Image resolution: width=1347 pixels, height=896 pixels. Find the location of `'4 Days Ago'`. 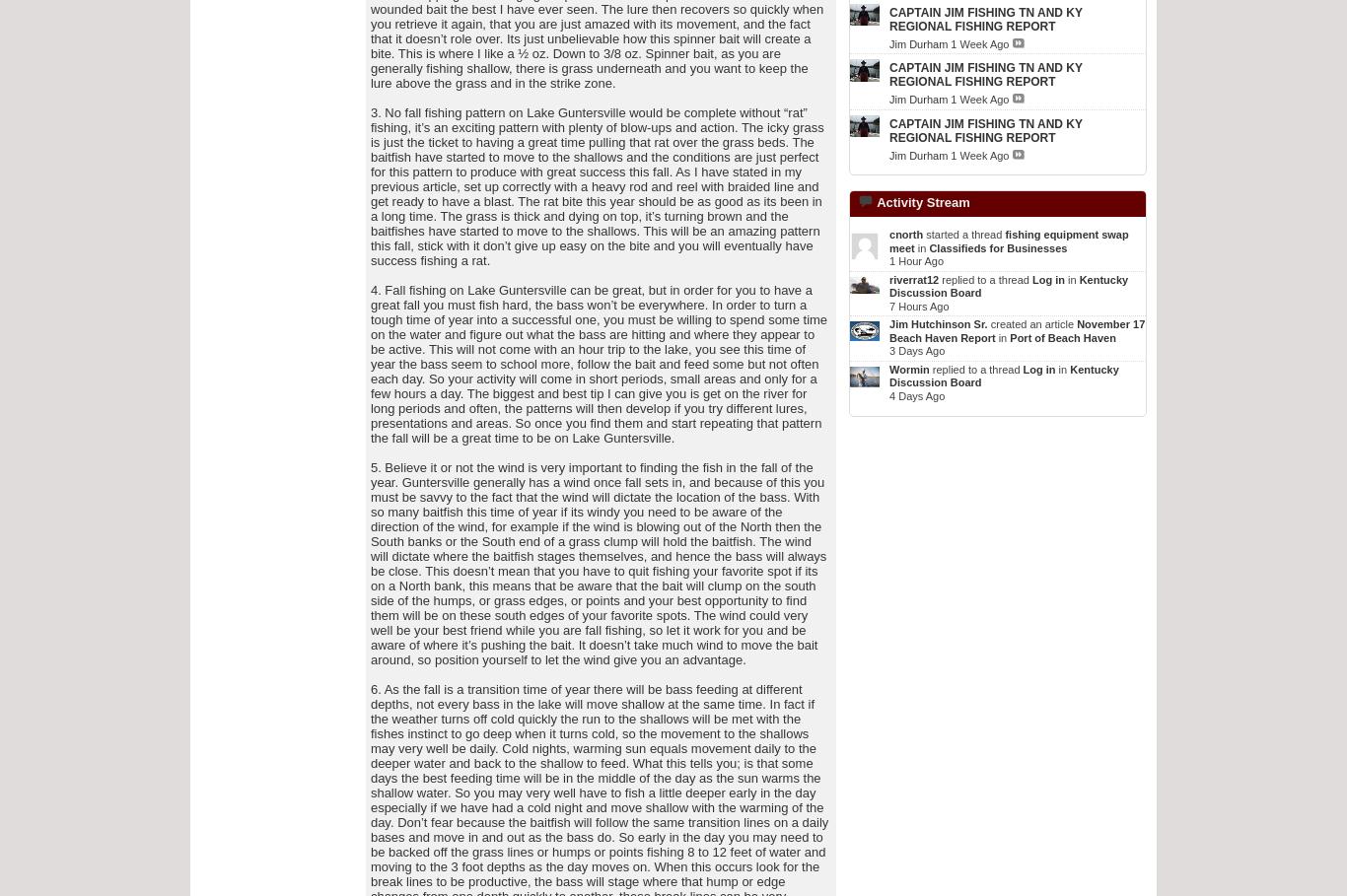

'4 Days Ago' is located at coordinates (916, 394).